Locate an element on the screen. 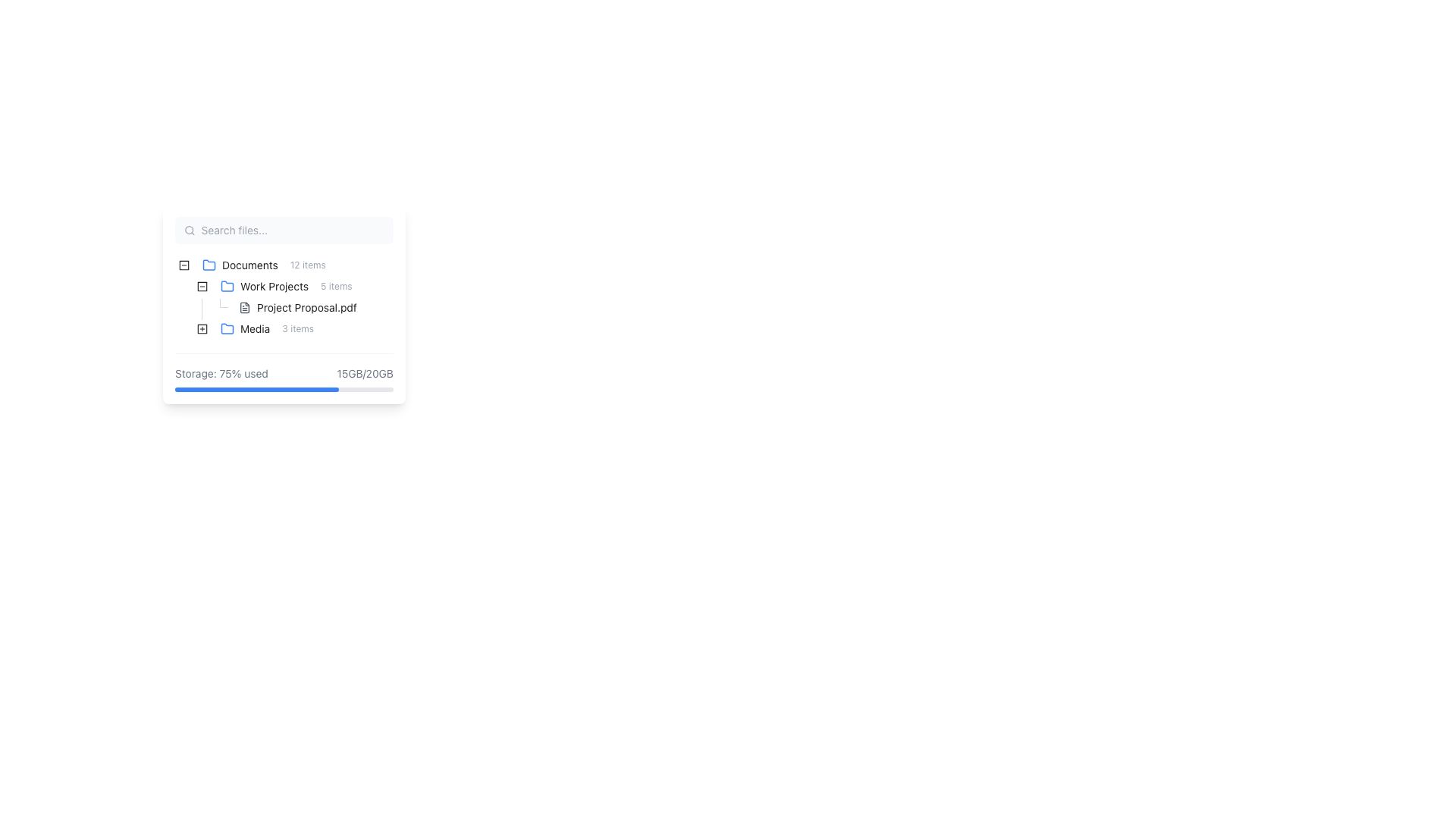  the folder icon representing the 'Documents' entry in the file directory tree is located at coordinates (208, 263).